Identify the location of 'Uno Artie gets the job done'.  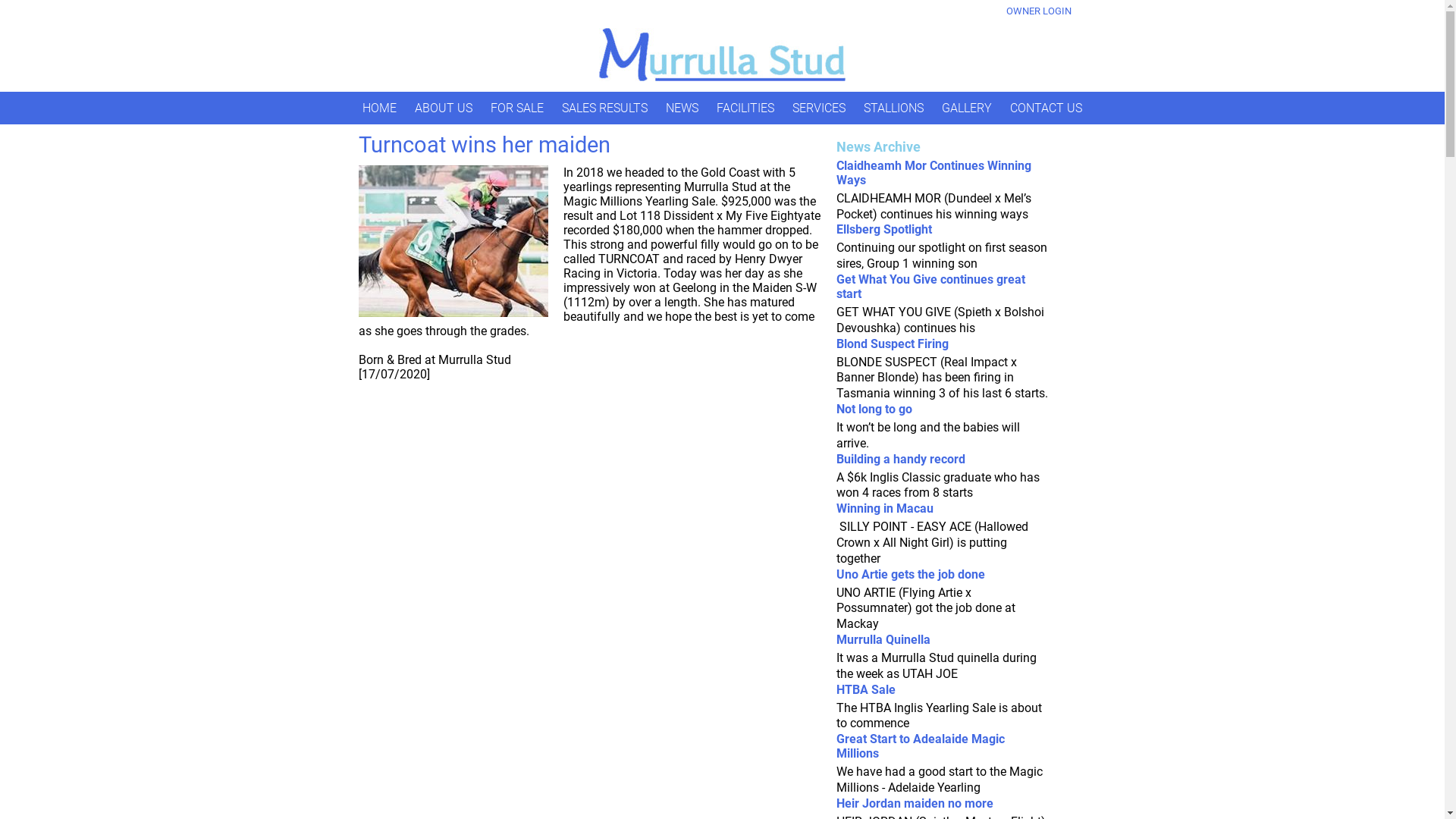
(910, 574).